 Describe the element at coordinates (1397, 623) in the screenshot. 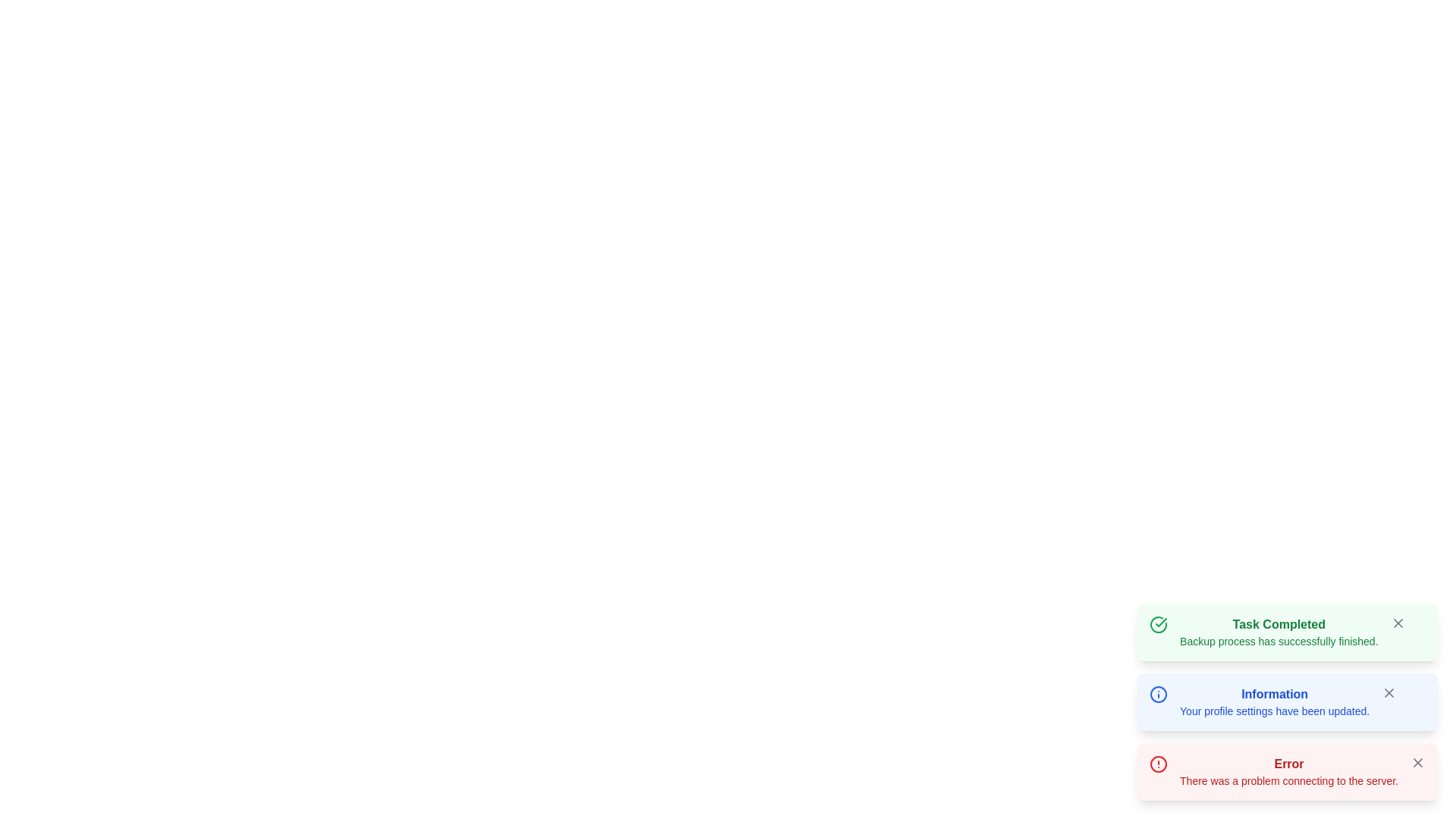

I see `the close button located at the top-right corner of the green notification card` at that location.